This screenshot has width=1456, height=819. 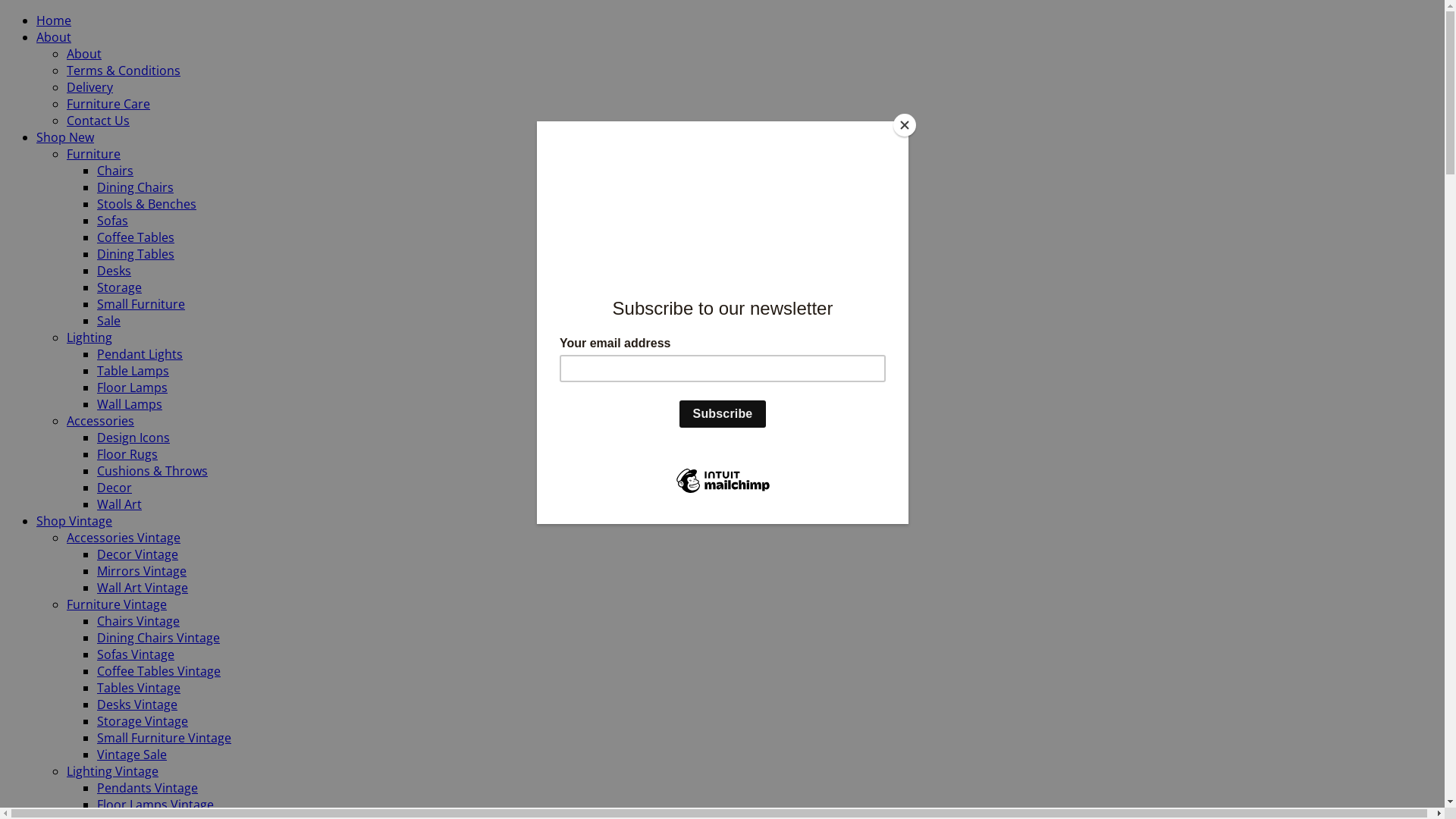 I want to click on 'About', so click(x=65, y=52).